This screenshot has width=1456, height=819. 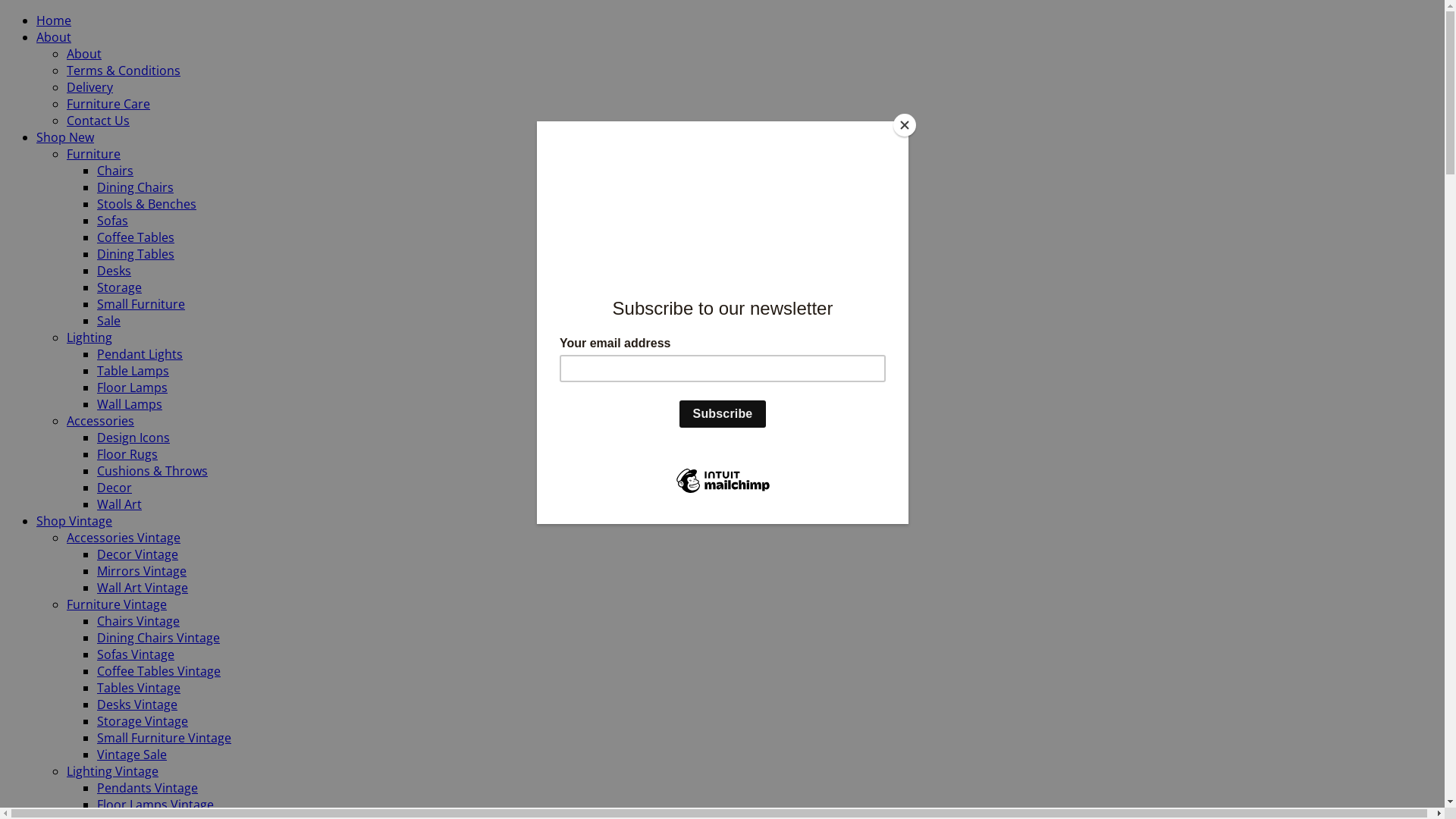 I want to click on 'About', so click(x=65, y=52).